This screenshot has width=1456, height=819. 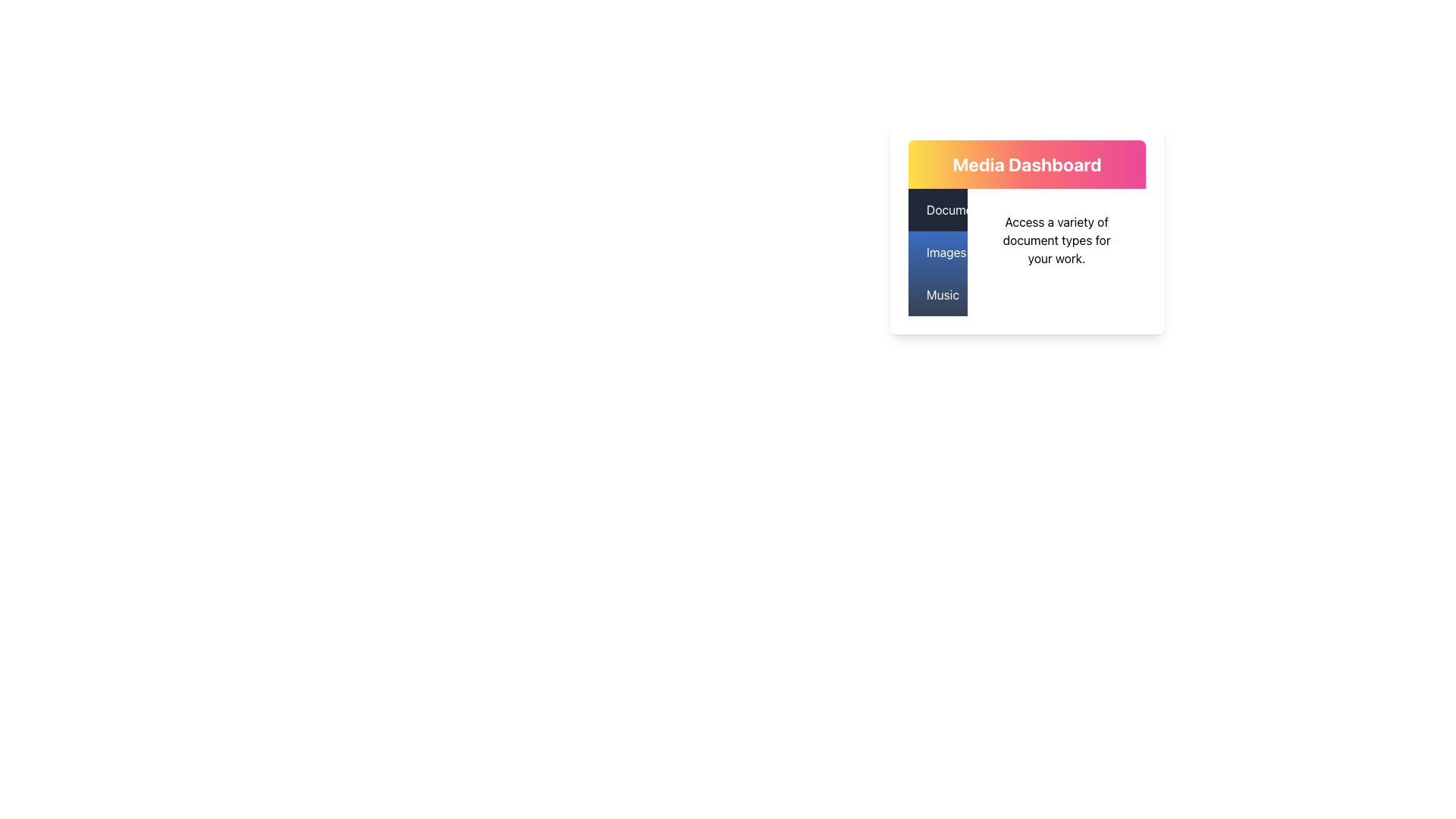 What do you see at coordinates (1056, 239) in the screenshot?
I see `the descriptive text label located within the 'Media Dashboard', positioned to the right of the vertical menu containing 'Documents', 'Images', and 'Music'` at bounding box center [1056, 239].